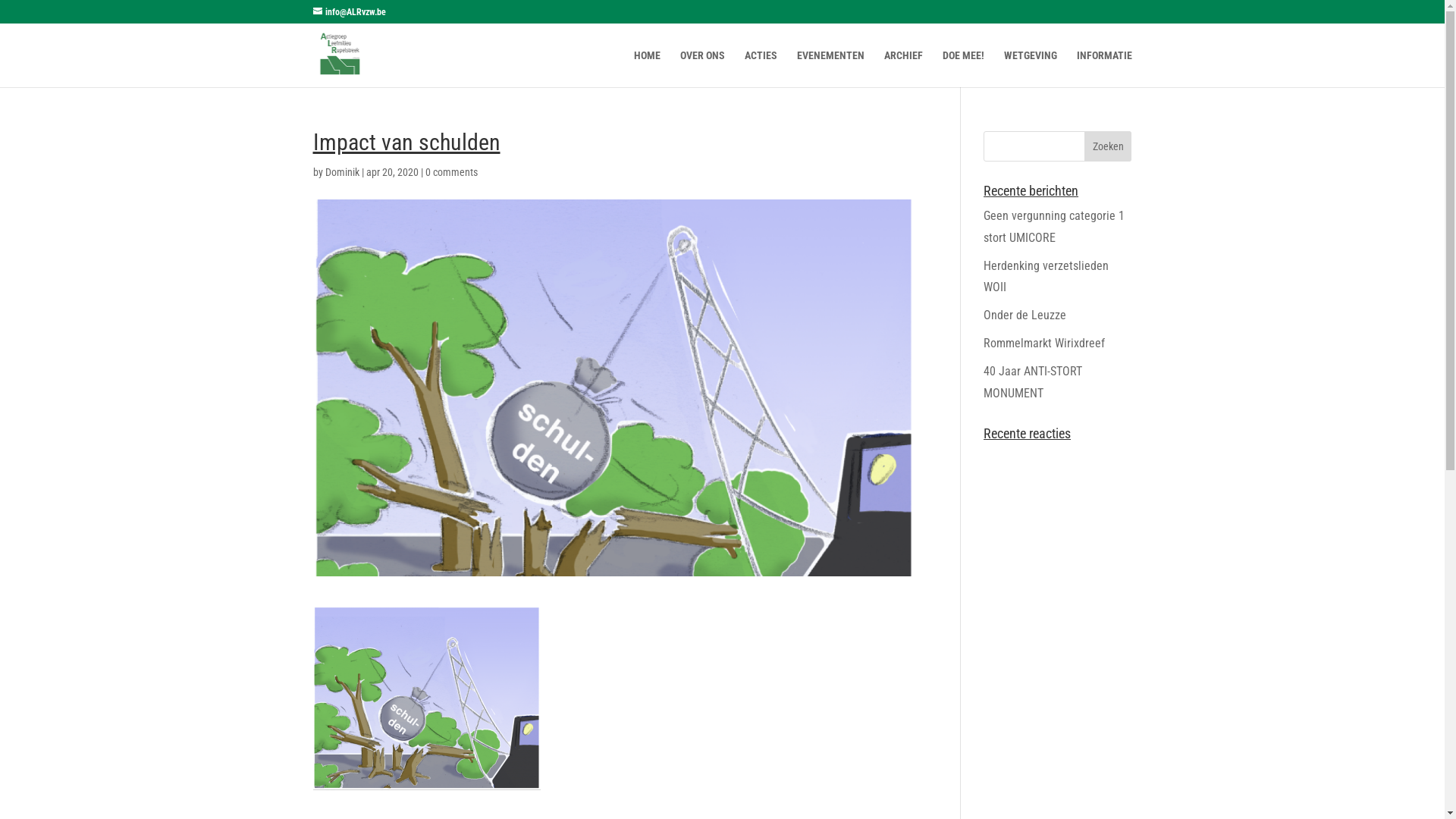  I want to click on '0 comments', so click(450, 171).